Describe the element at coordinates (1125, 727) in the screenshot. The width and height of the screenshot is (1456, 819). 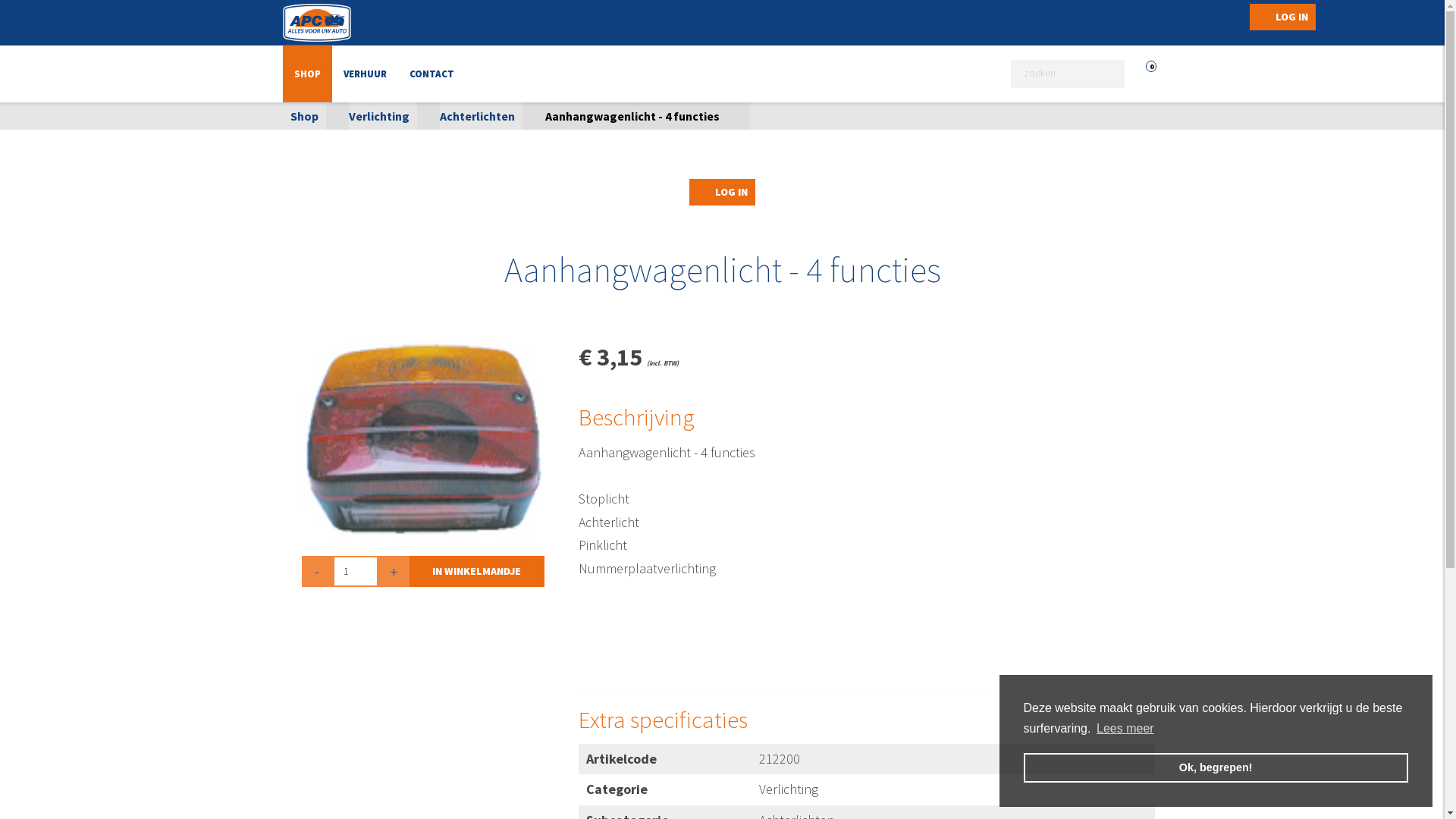
I see `'Lees meer'` at that location.